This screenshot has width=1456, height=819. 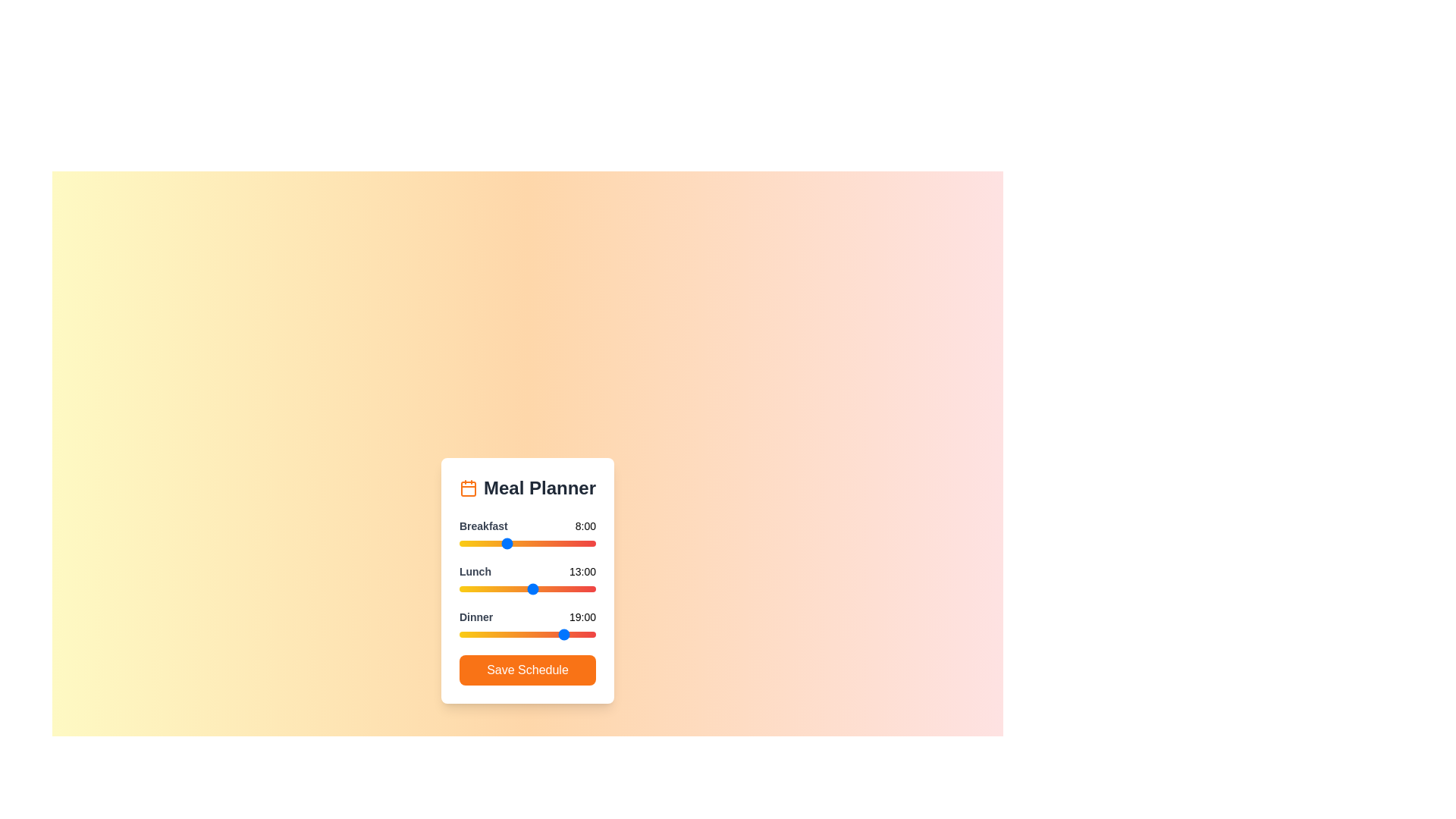 What do you see at coordinates (475, 543) in the screenshot?
I see `the 0 slider to 3` at bounding box center [475, 543].